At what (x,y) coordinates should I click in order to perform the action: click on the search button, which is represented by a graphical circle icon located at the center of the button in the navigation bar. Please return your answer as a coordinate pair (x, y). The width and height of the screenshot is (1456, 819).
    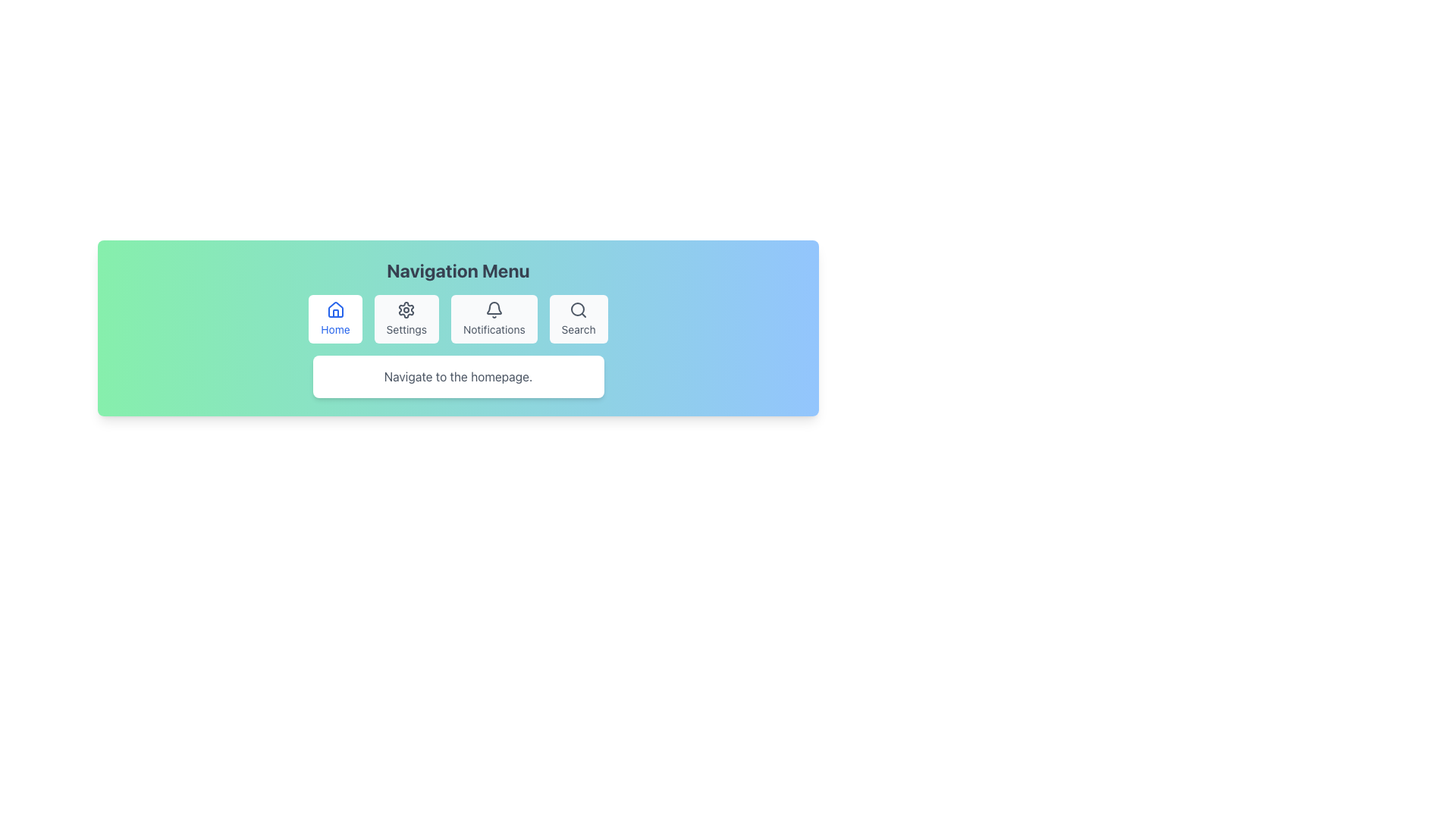
    Looking at the image, I should click on (577, 309).